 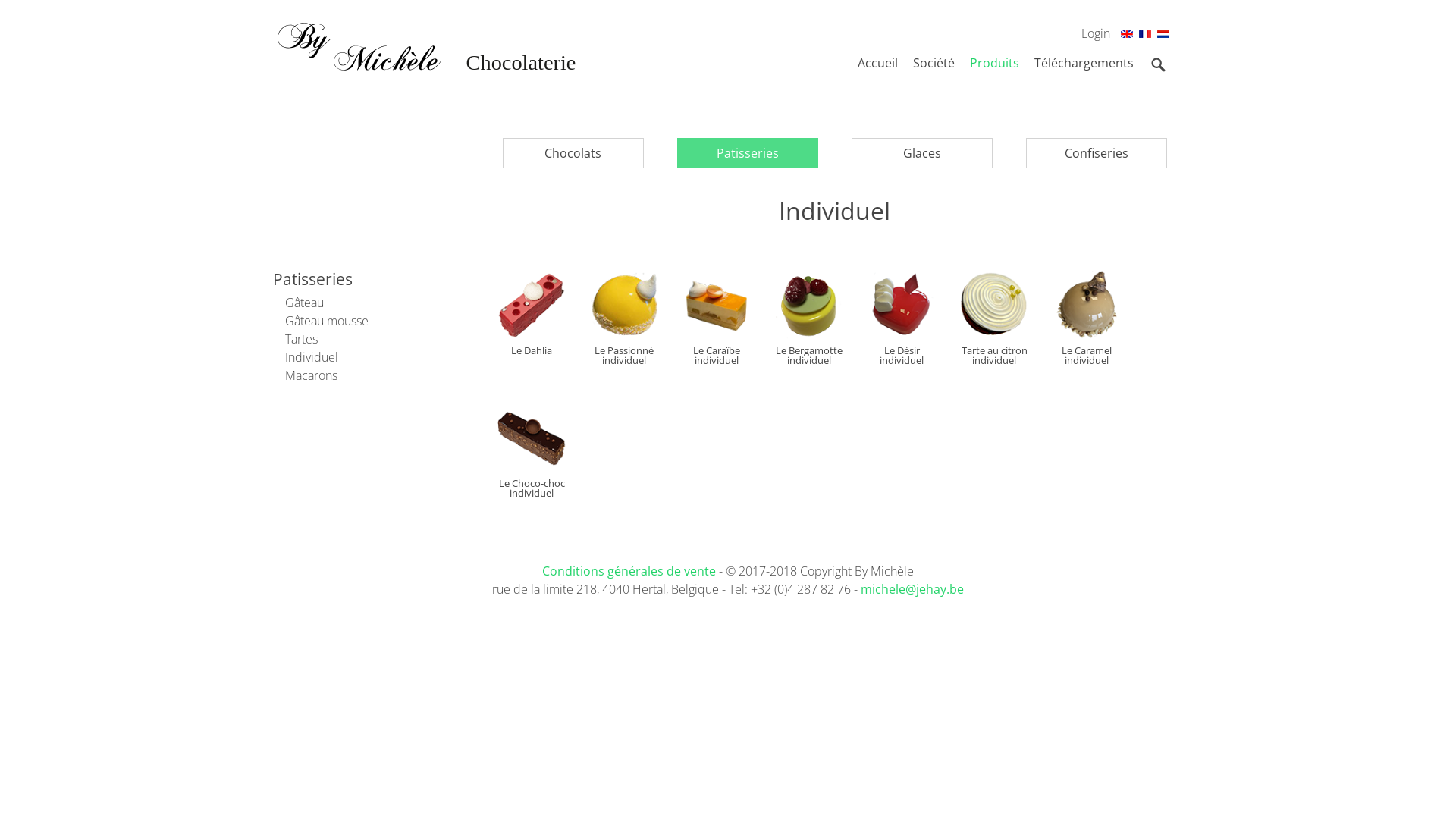 What do you see at coordinates (1095, 33) in the screenshot?
I see `'Login'` at bounding box center [1095, 33].